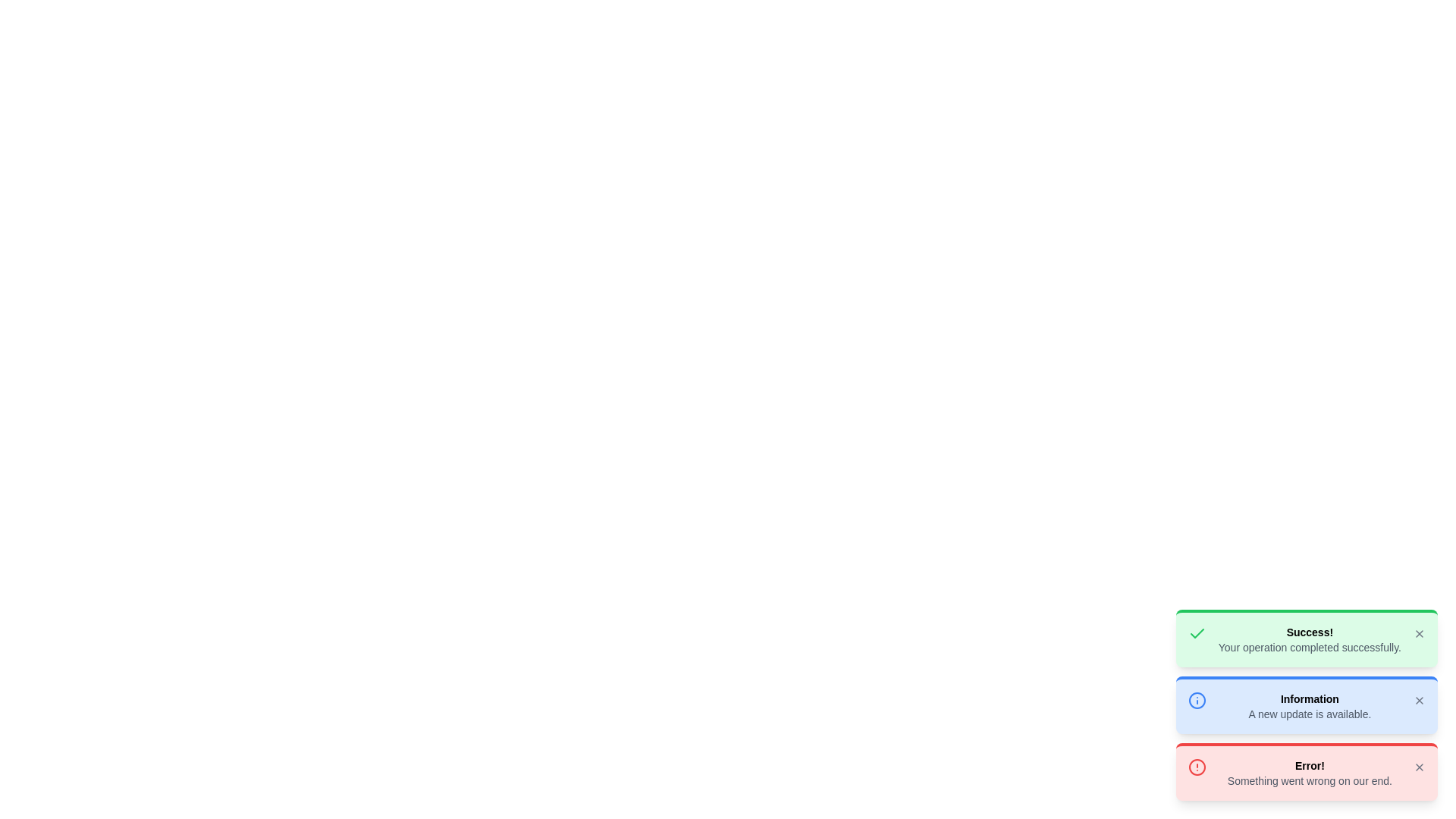 Image resolution: width=1456 pixels, height=819 pixels. Describe the element at coordinates (1309, 780) in the screenshot. I see `error message 'Something went wrong on our end.' displayed in the light gray text label within the red-themed notification box` at that location.